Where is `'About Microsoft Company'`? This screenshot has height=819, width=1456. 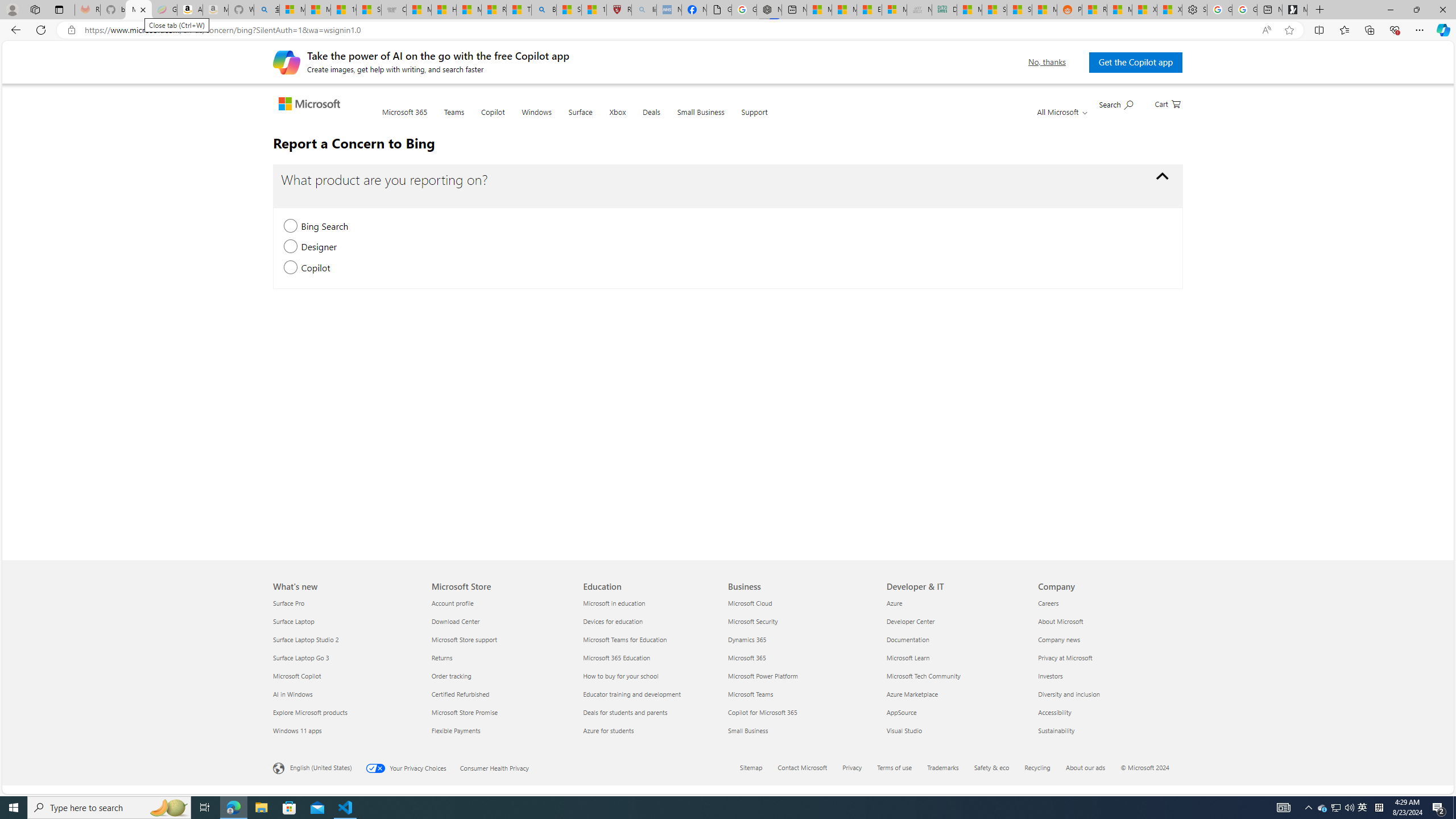 'About Microsoft Company' is located at coordinates (1060, 621).